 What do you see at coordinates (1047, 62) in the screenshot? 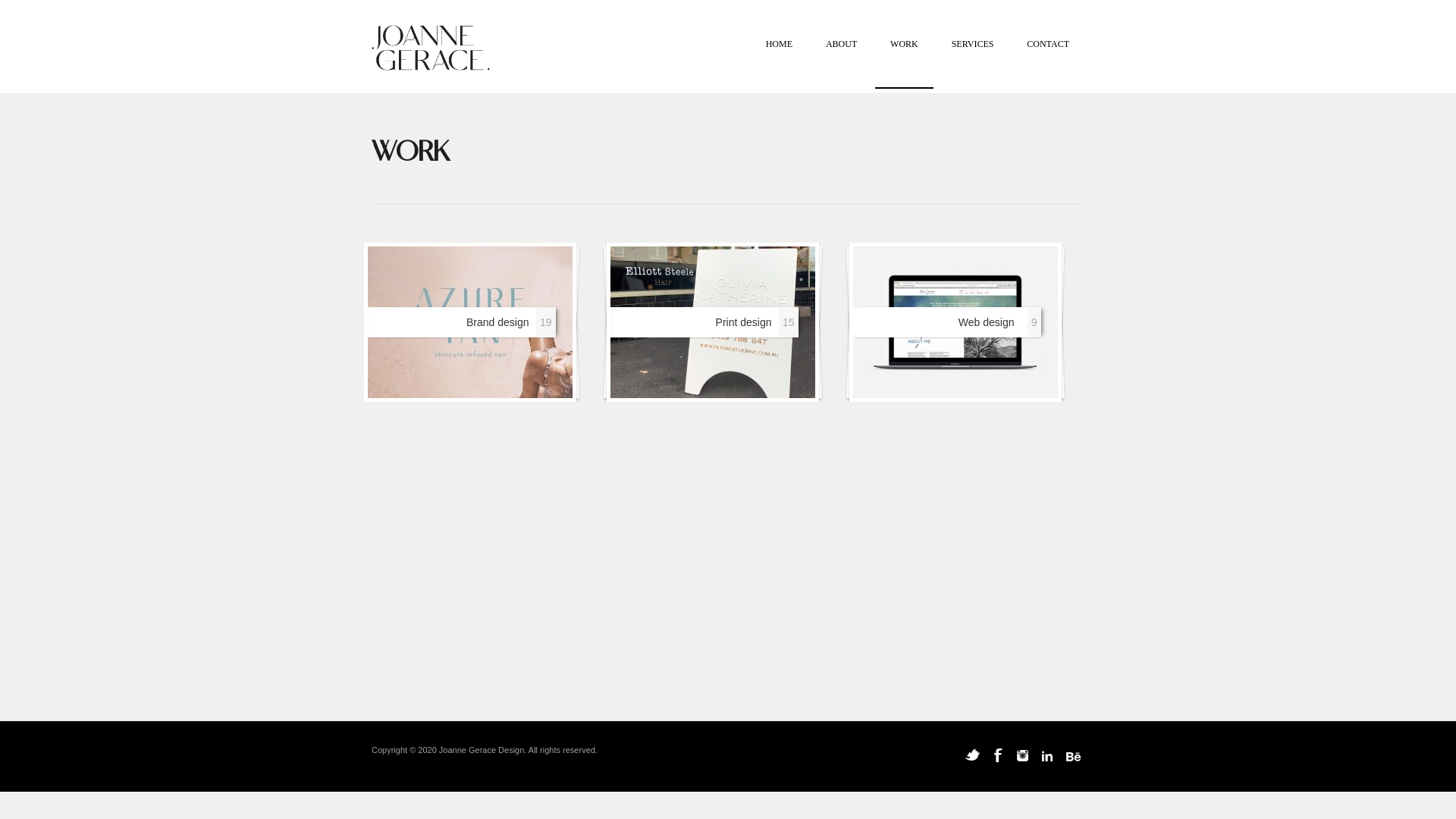
I see `'CONTACT'` at bounding box center [1047, 62].